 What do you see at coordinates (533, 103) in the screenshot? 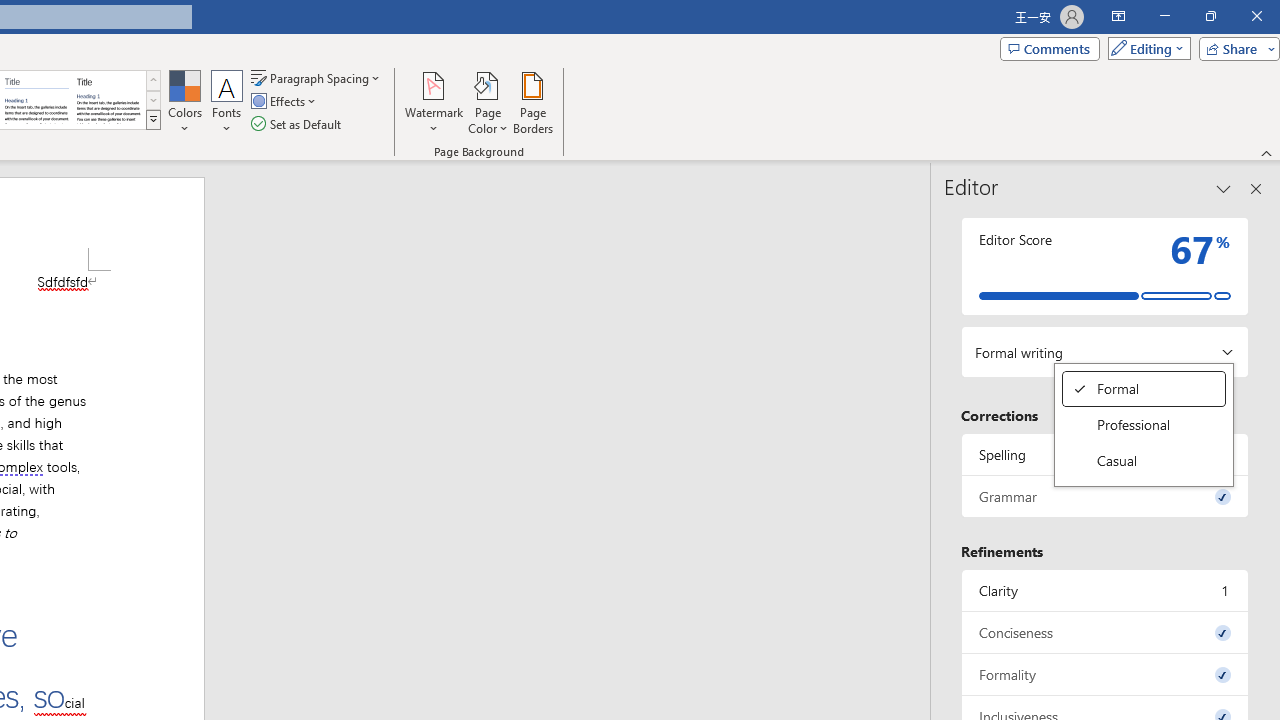
I see `'Page Borders...'` at bounding box center [533, 103].